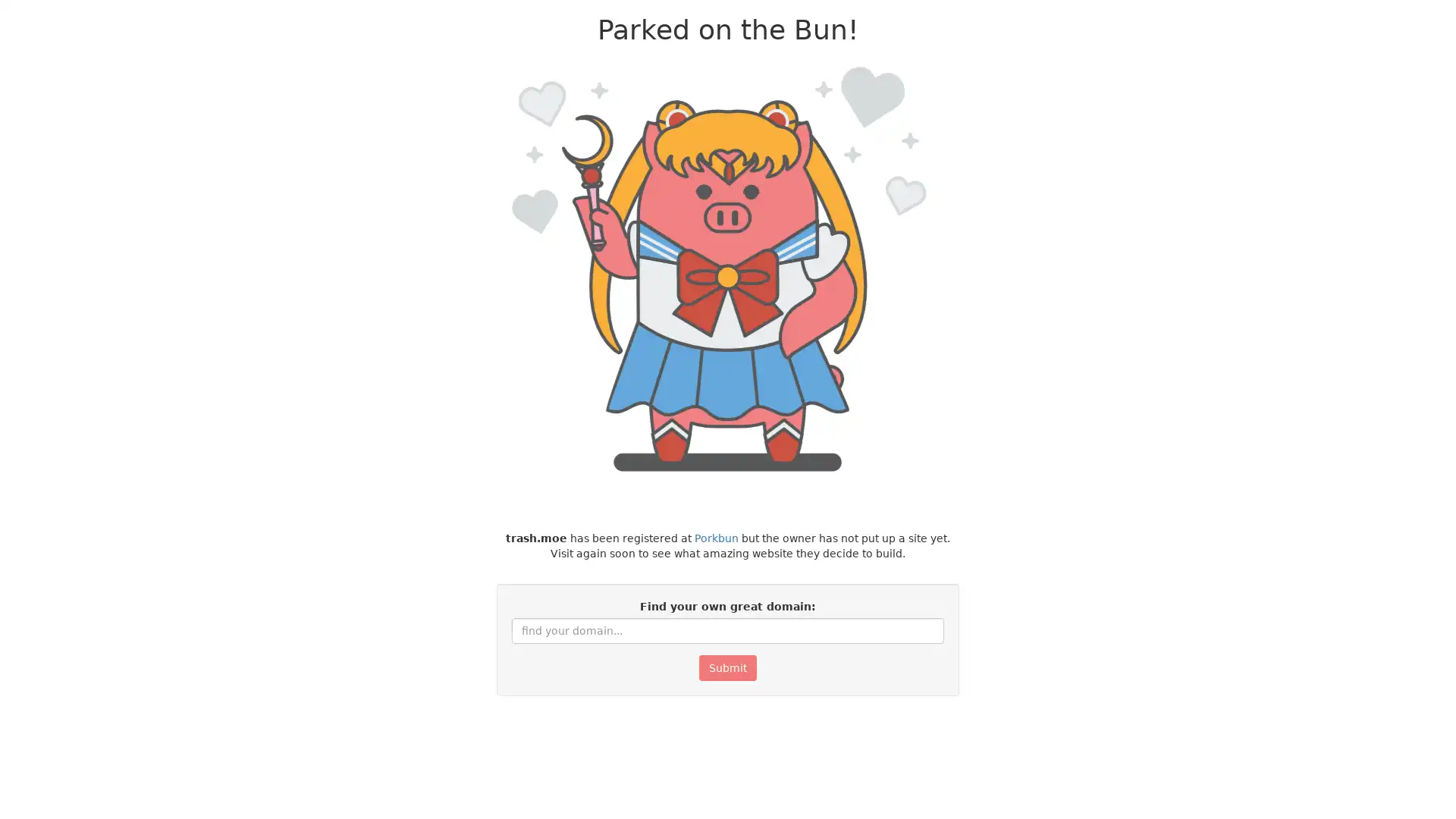  I want to click on Submit, so click(726, 666).